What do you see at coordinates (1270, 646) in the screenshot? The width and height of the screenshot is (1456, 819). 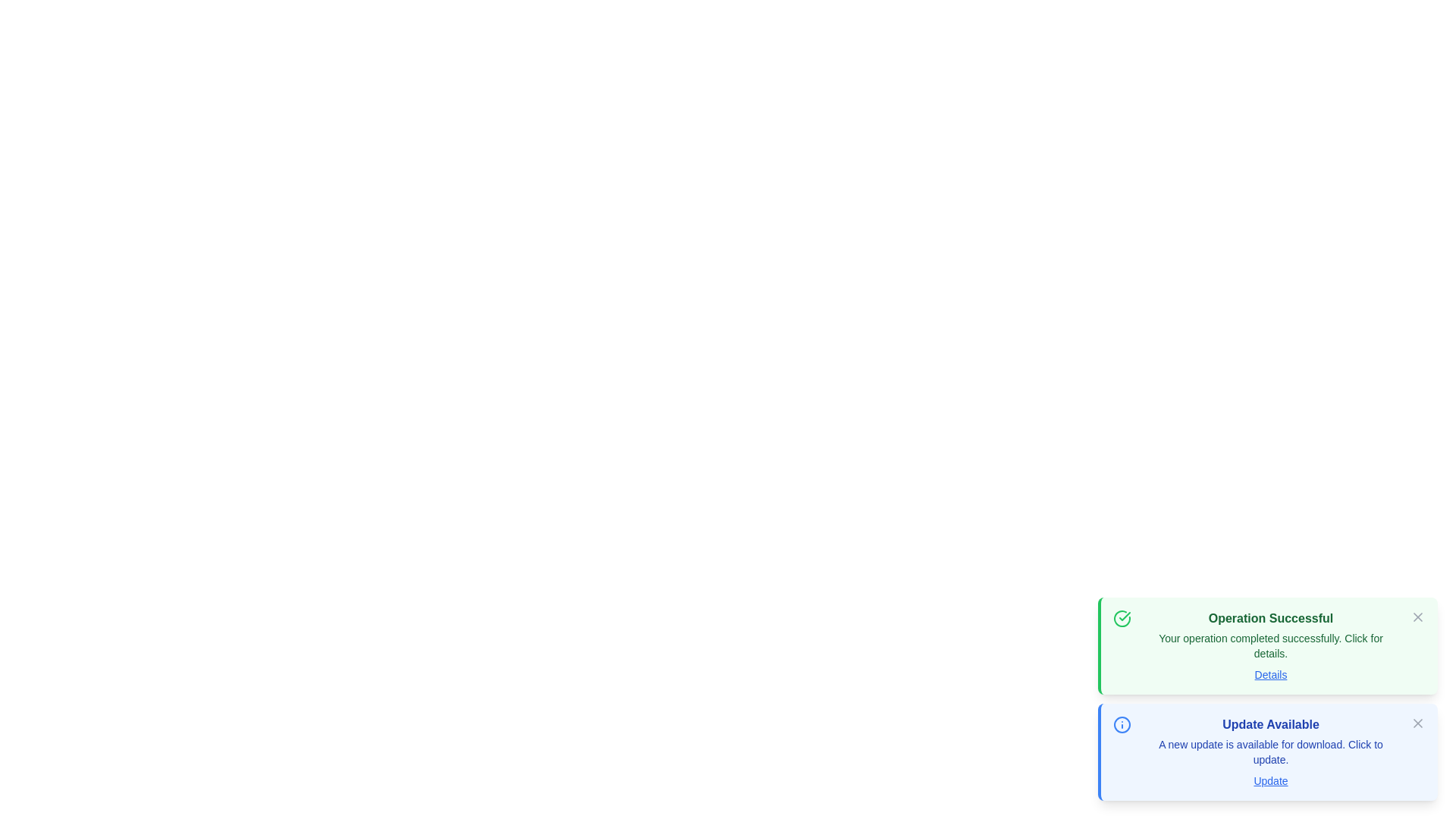 I see `the text element that conveys the completion of an operation, located below the 'Operation Successful' header and above the 'Details' link in the notification box` at bounding box center [1270, 646].